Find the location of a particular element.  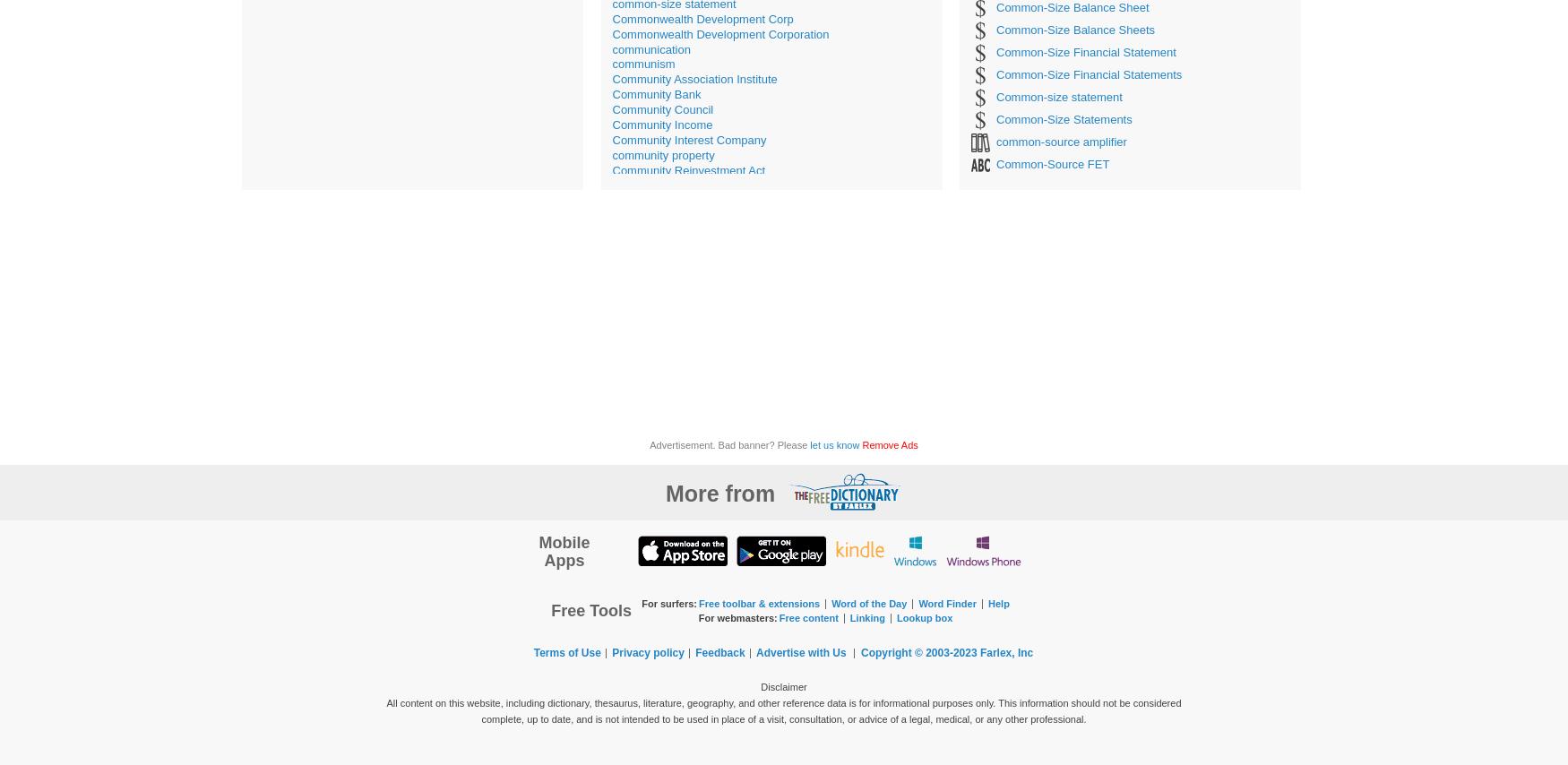

'Feedback' is located at coordinates (719, 652).